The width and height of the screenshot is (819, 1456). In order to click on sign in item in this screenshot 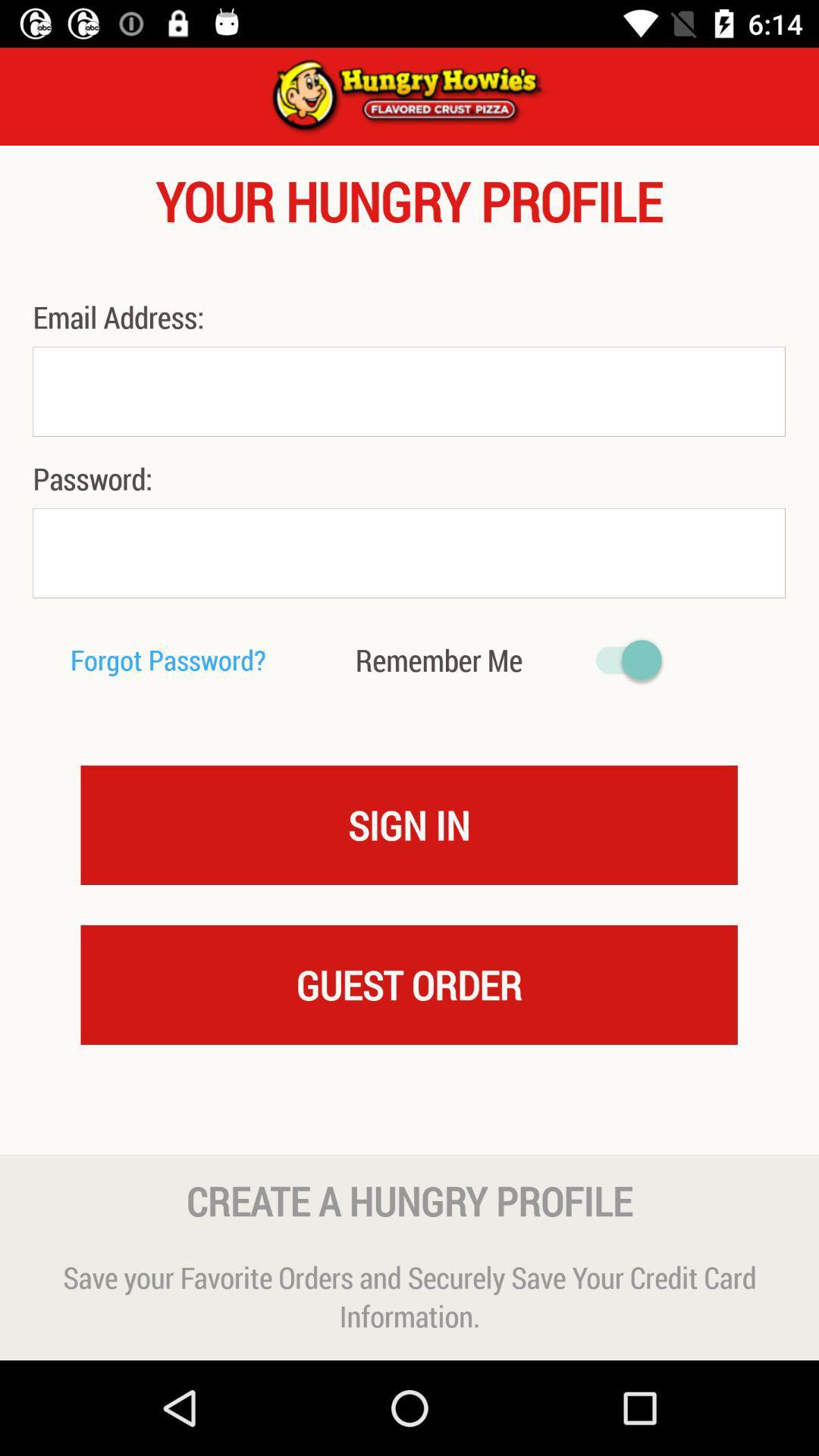, I will do `click(408, 824)`.